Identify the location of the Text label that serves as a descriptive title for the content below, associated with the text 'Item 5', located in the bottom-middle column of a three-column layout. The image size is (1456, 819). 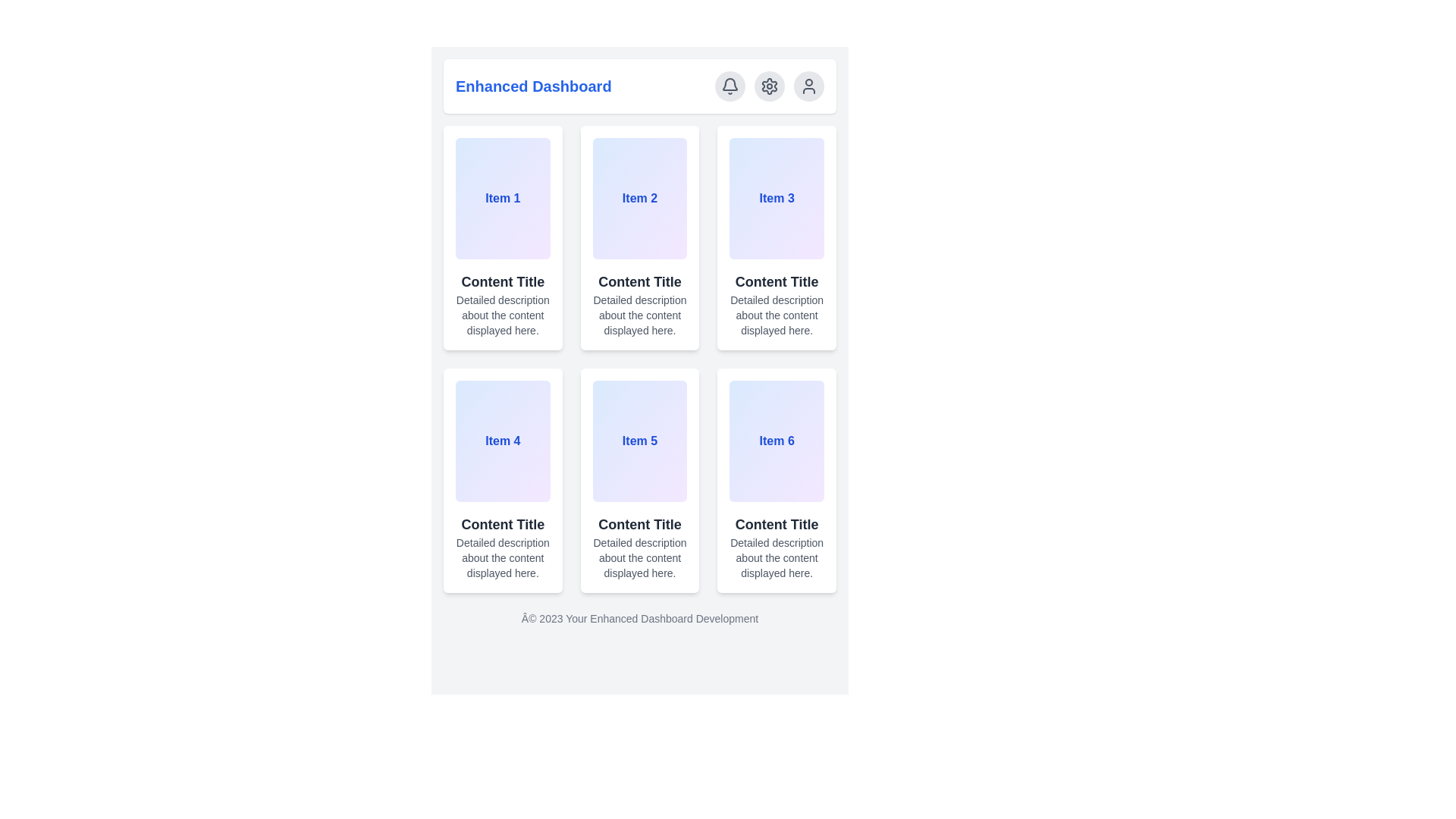
(640, 523).